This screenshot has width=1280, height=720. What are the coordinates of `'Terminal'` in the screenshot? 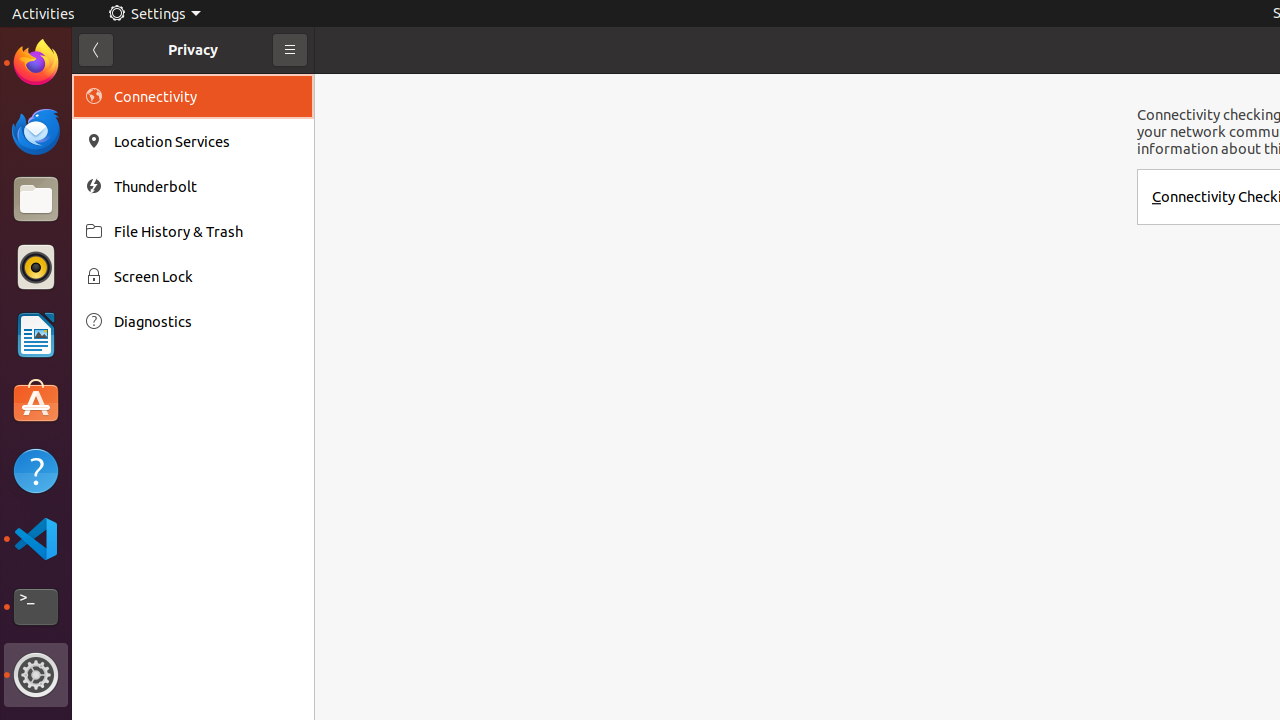 It's located at (35, 606).